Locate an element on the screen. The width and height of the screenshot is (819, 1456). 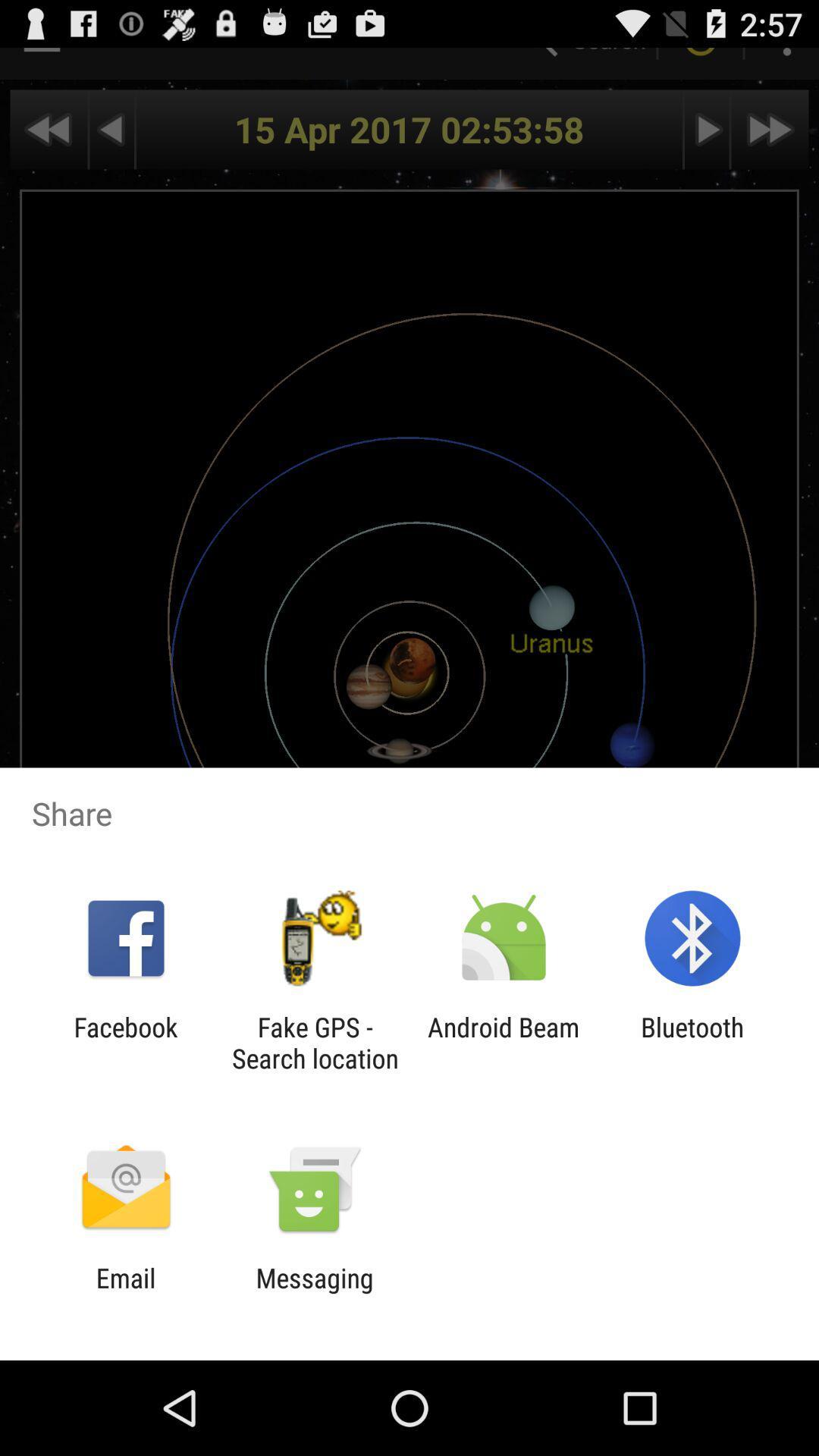
the item next to the facebook icon is located at coordinates (314, 1042).